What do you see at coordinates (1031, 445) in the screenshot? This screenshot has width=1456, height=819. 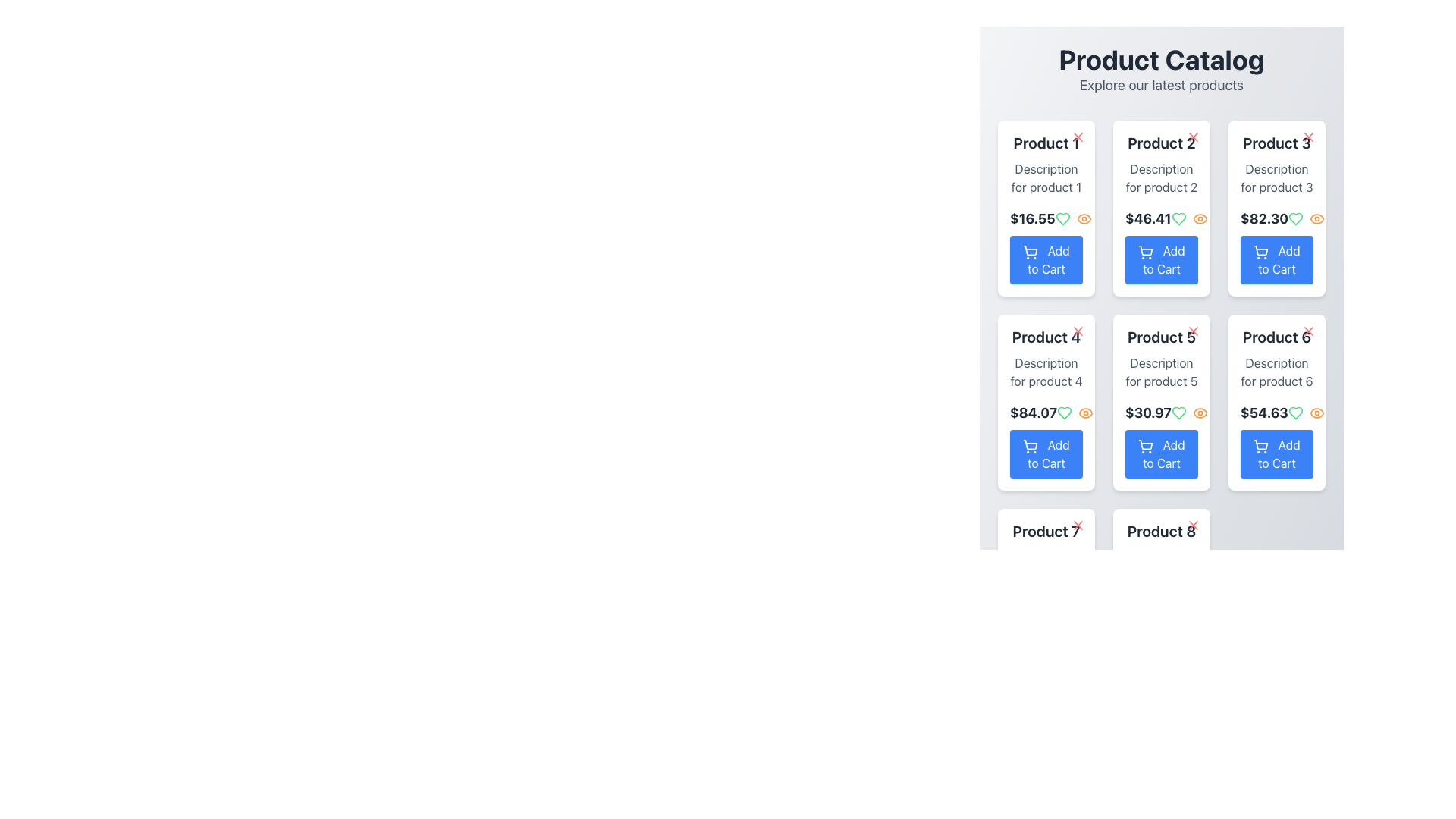 I see `the shopping cart icon within the blue 'Add to Cart' button for 'Product 4' located in the second row and first column of the product grid` at bounding box center [1031, 445].